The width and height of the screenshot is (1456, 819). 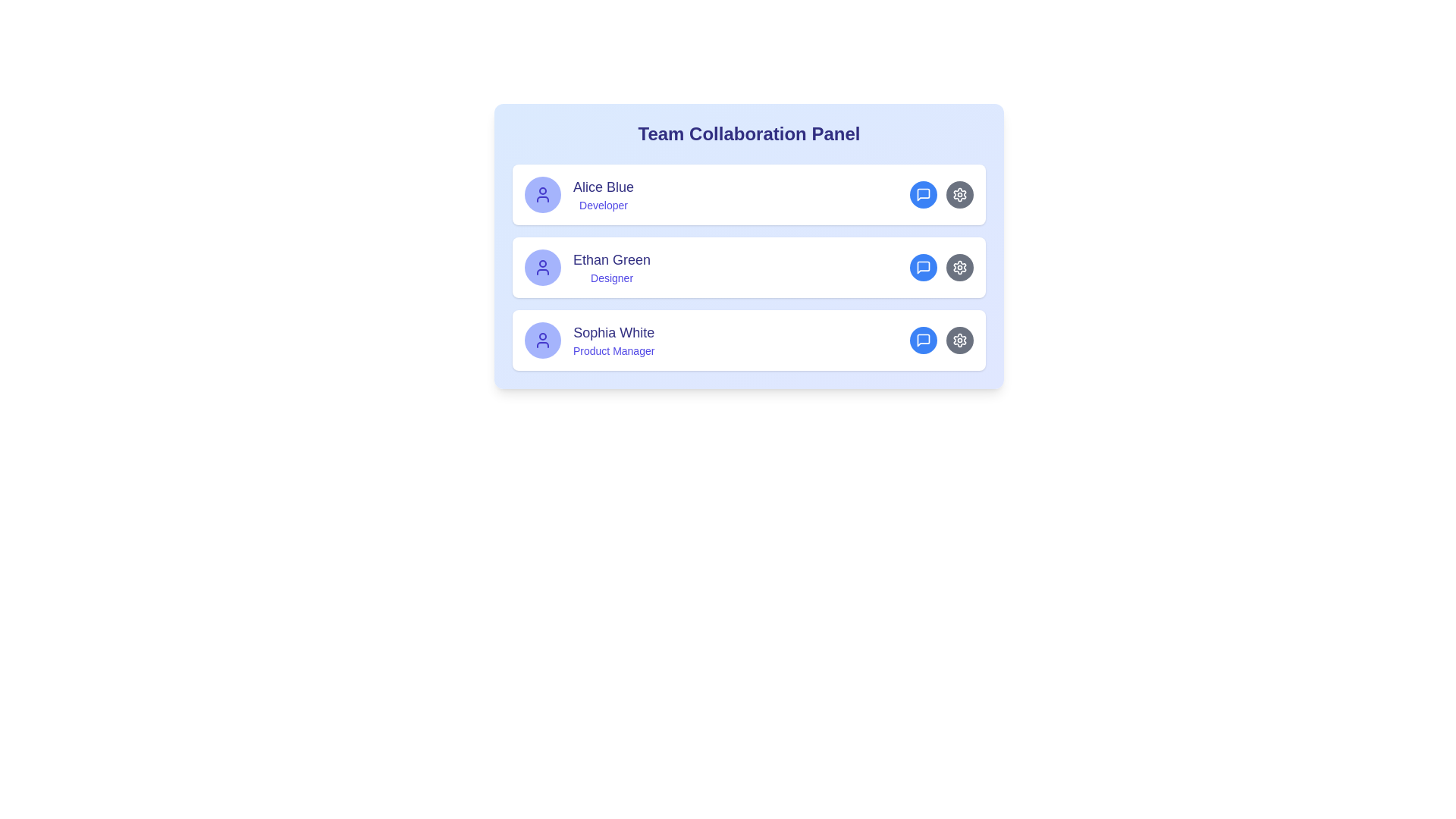 What do you see at coordinates (959, 267) in the screenshot?
I see `the circular button with a gray background and gear icon, located to the right of a blue button with a speech bubble icon` at bounding box center [959, 267].